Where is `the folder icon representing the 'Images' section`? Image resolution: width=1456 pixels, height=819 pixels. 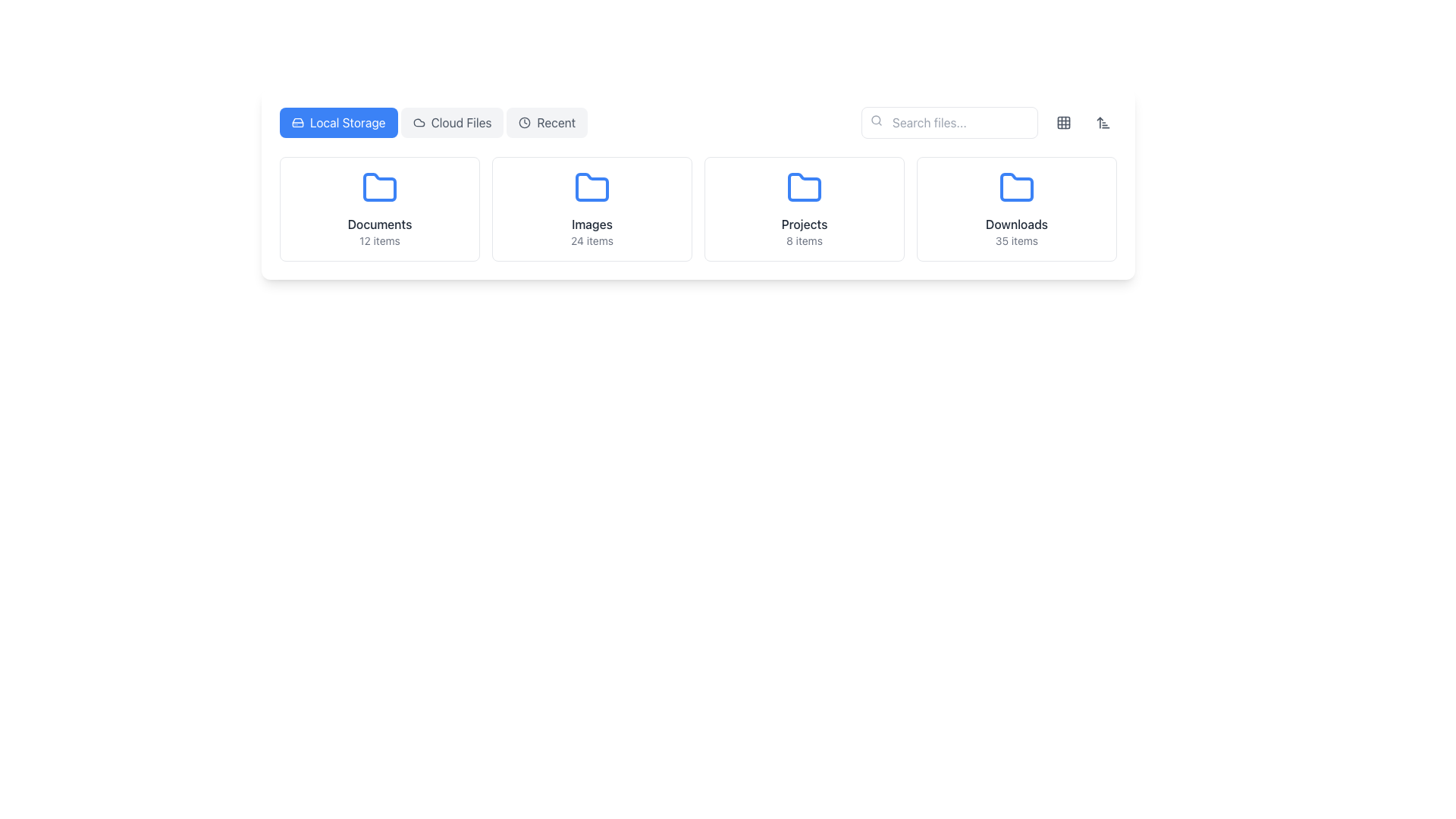
the folder icon representing the 'Images' section is located at coordinates (591, 187).